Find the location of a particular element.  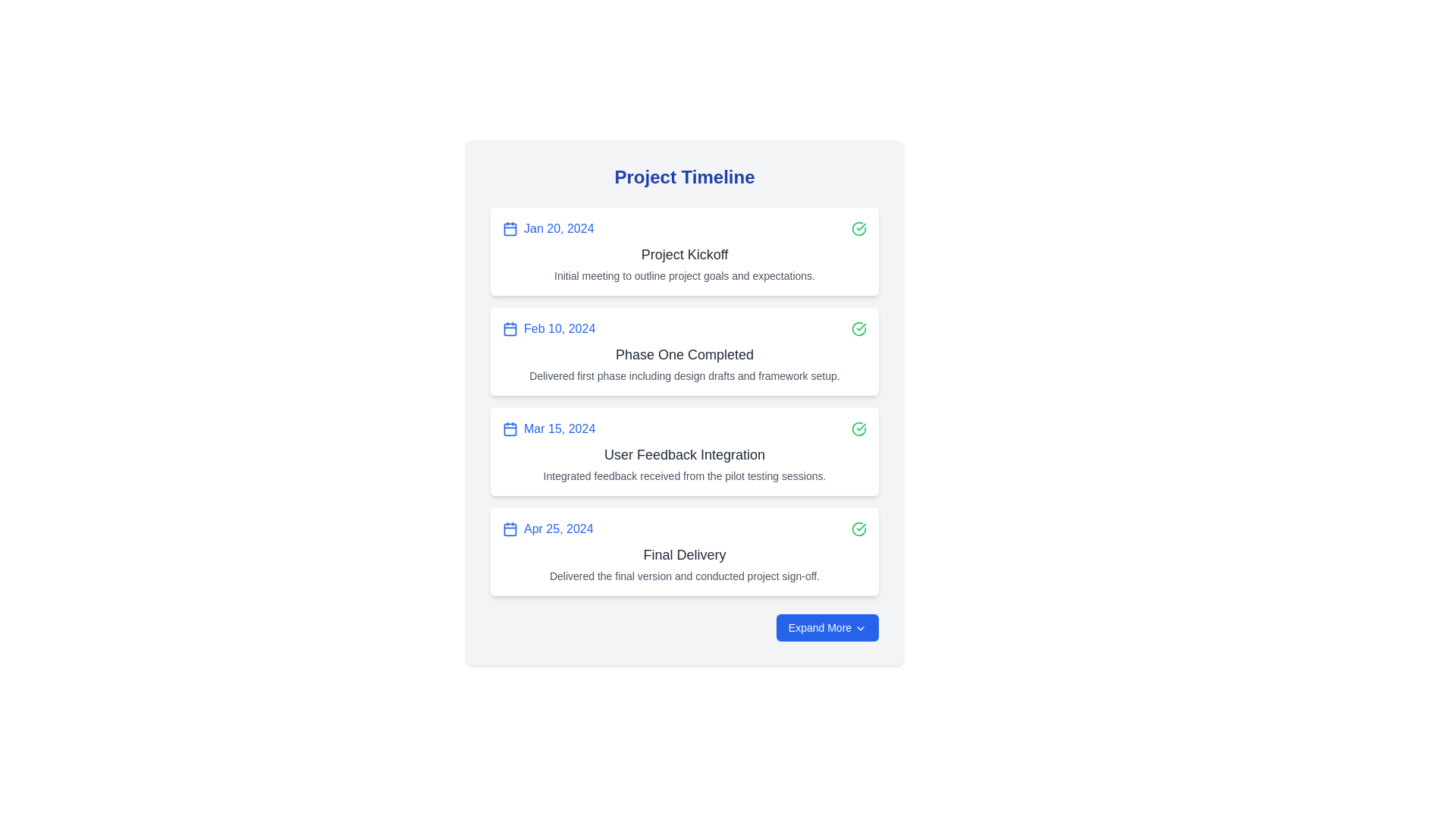

the text label with an icon representing the date 'Project Kickoff' in the 'Project Timeline' section, located at the top left of the first card in the timeline is located at coordinates (548, 228).